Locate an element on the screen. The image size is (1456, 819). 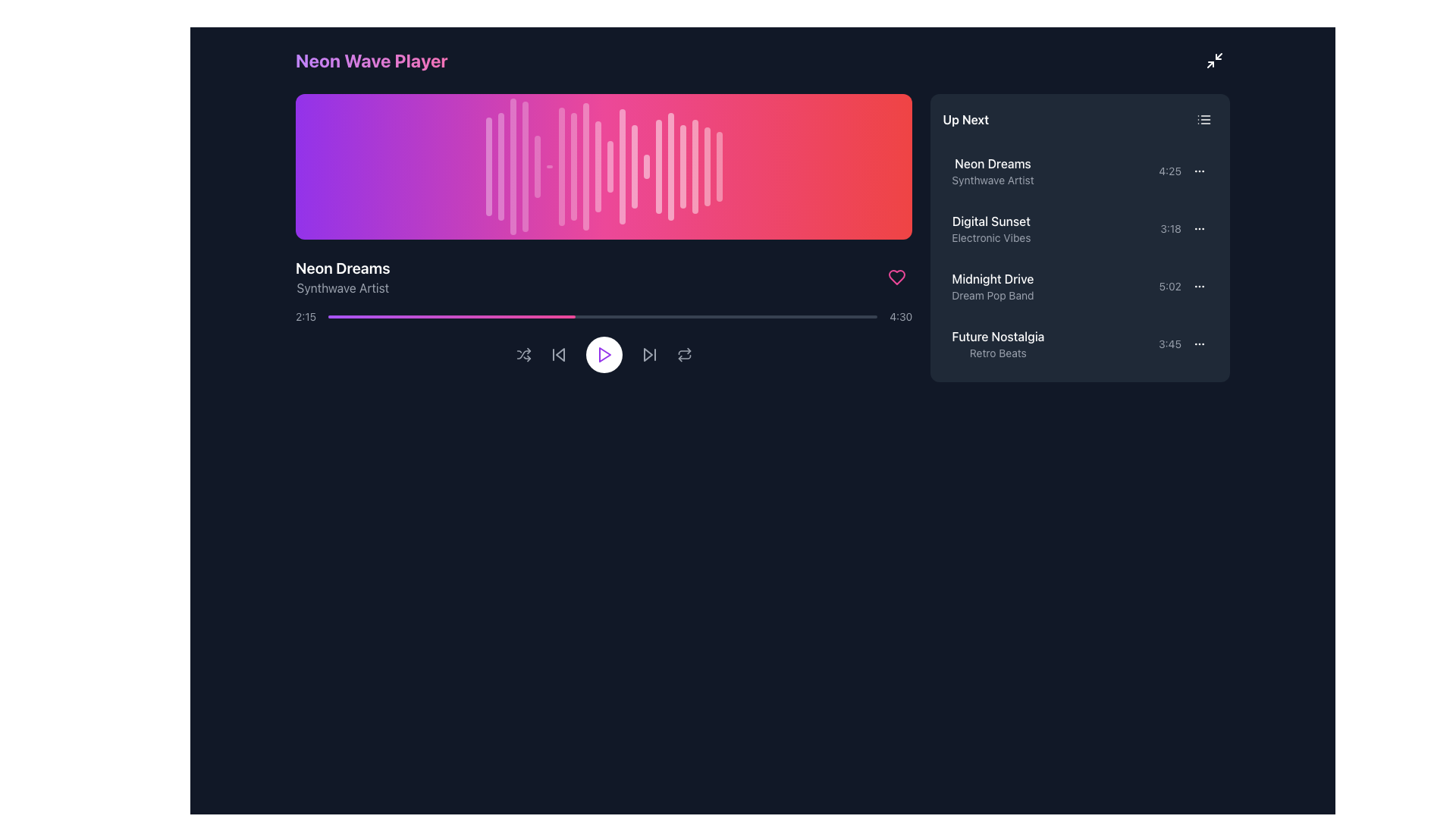
the options menu button, which is a compact icon with three horizontal dots, located in the upper-right corner of the 'Up Next' section, next to the time label '5:02' for the track 'Midnight Drive' is located at coordinates (1198, 287).